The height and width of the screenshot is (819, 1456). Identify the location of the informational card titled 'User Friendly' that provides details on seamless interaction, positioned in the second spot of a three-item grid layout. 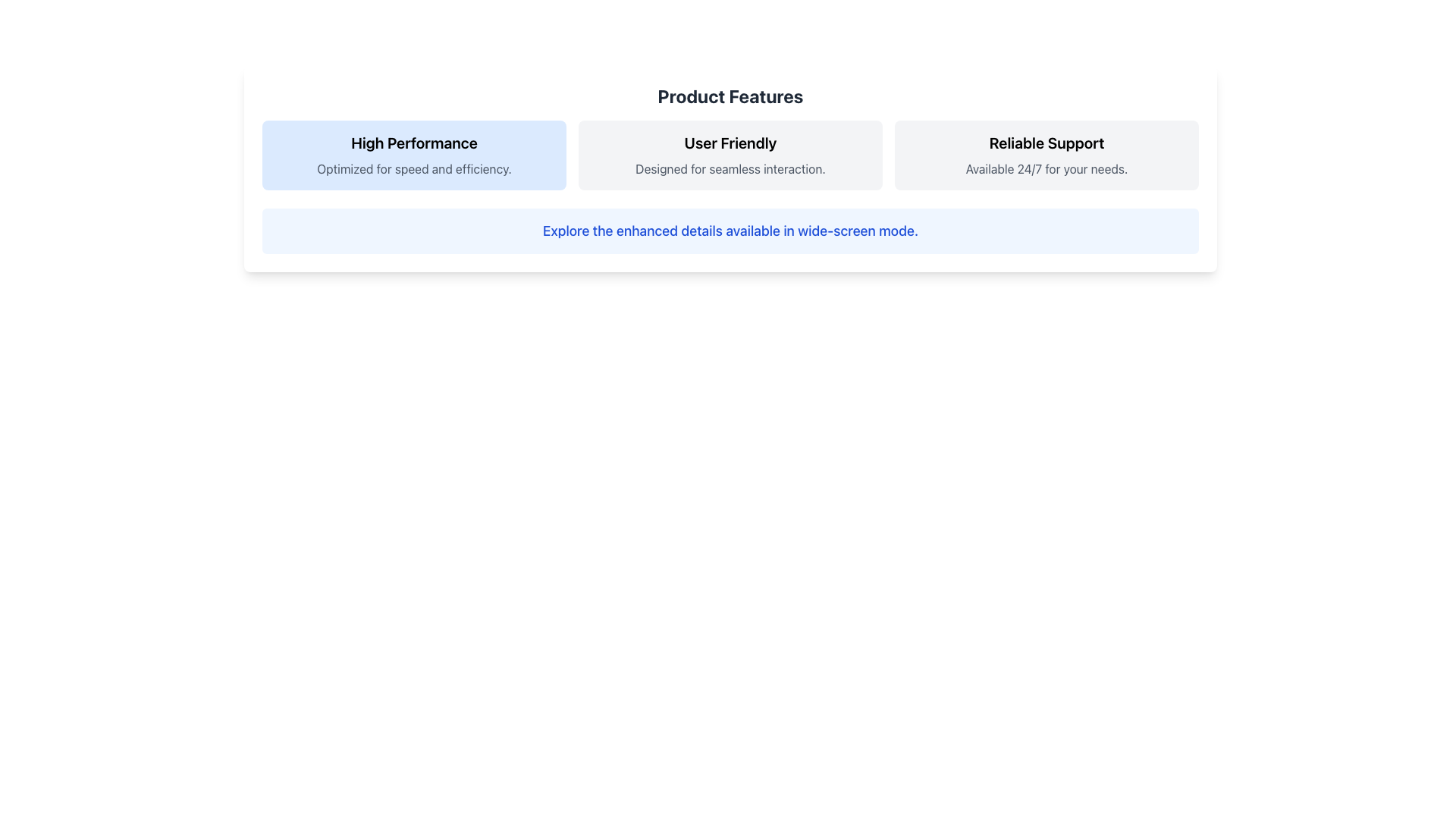
(730, 155).